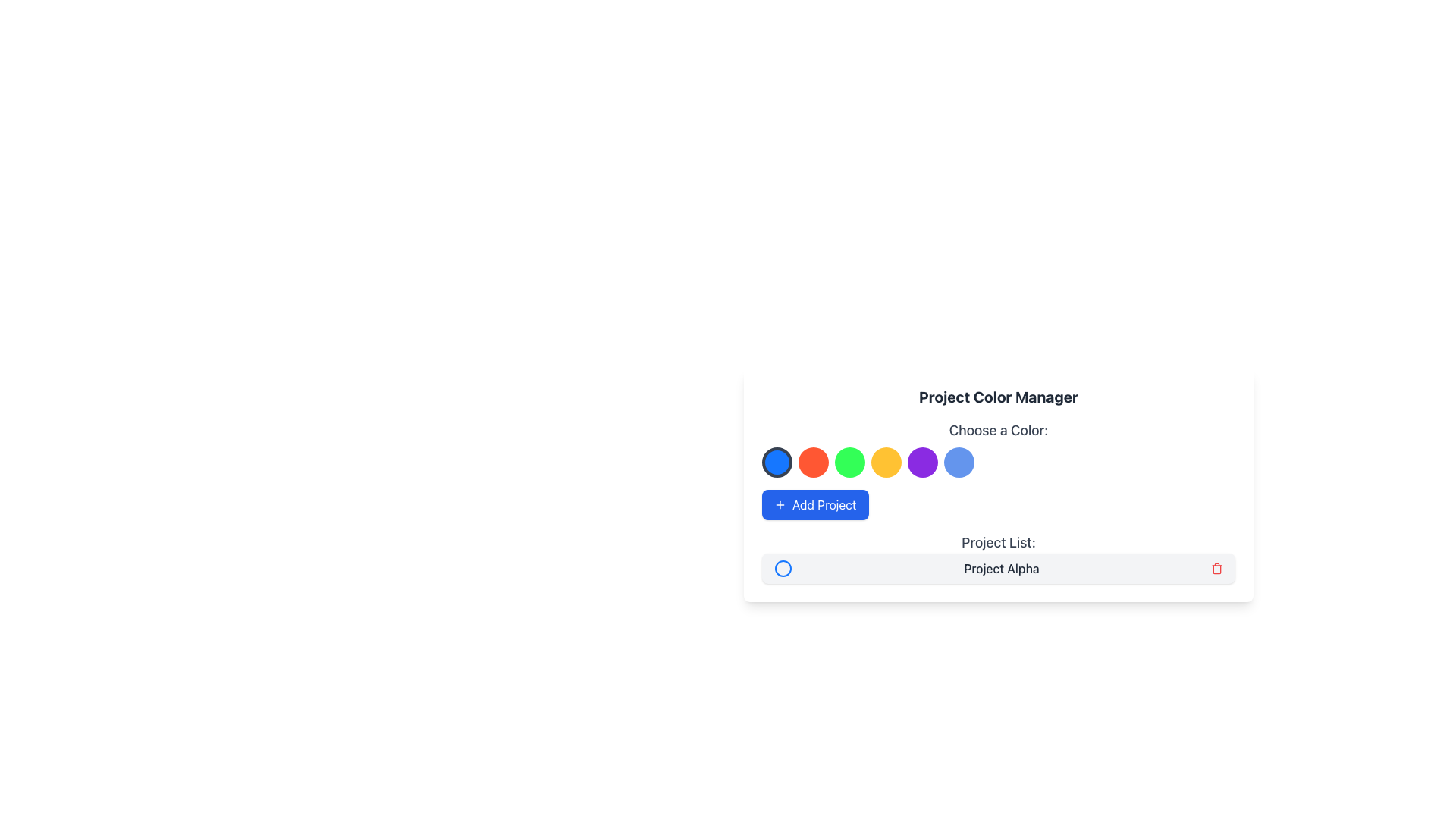 The width and height of the screenshot is (1456, 819). Describe the element at coordinates (780, 505) in the screenshot. I see `the plus icon on the left side of the 'Add Project' button` at that location.